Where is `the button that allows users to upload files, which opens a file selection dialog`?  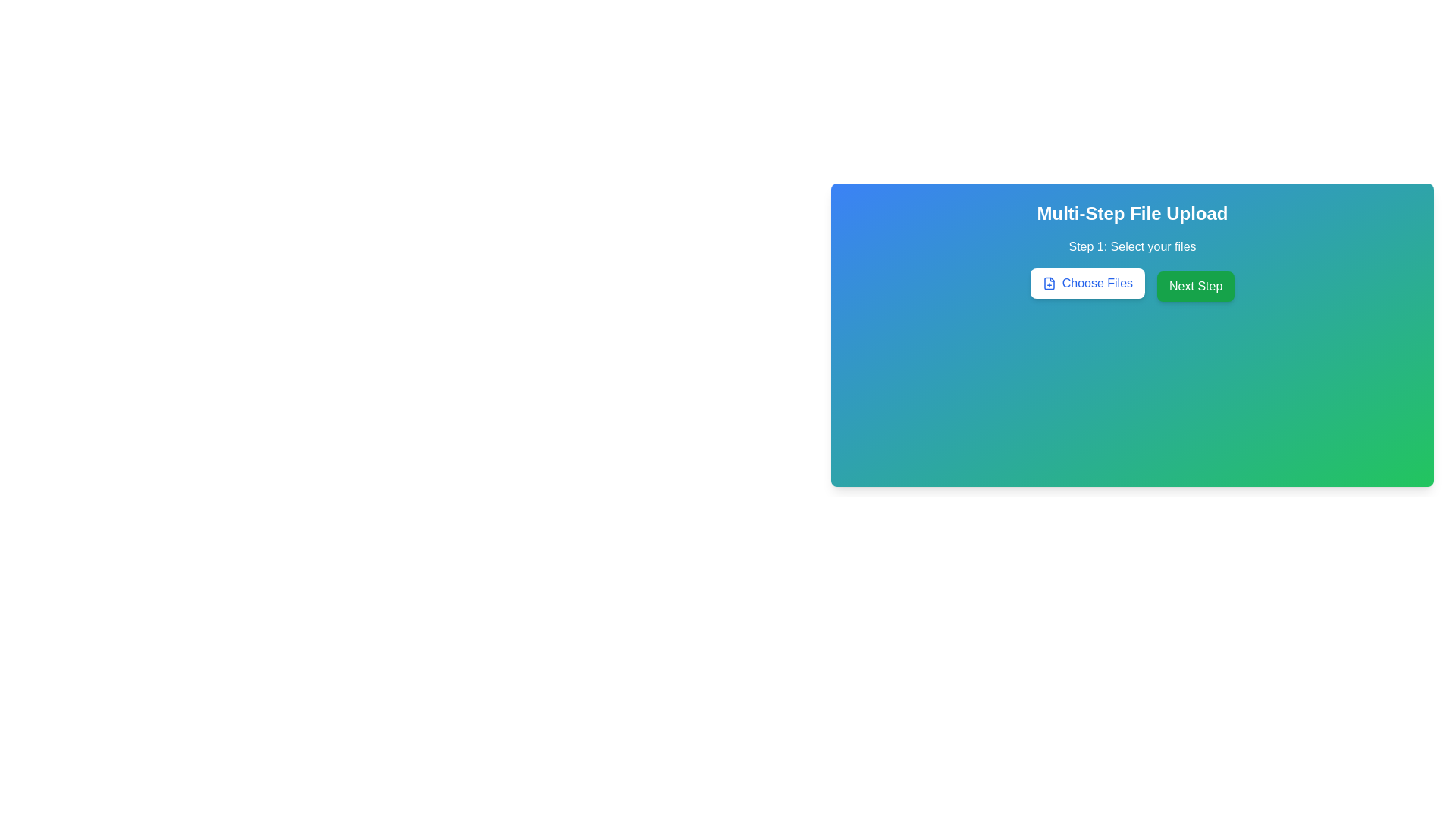
the button that allows users to upload files, which opens a file selection dialog is located at coordinates (1087, 284).